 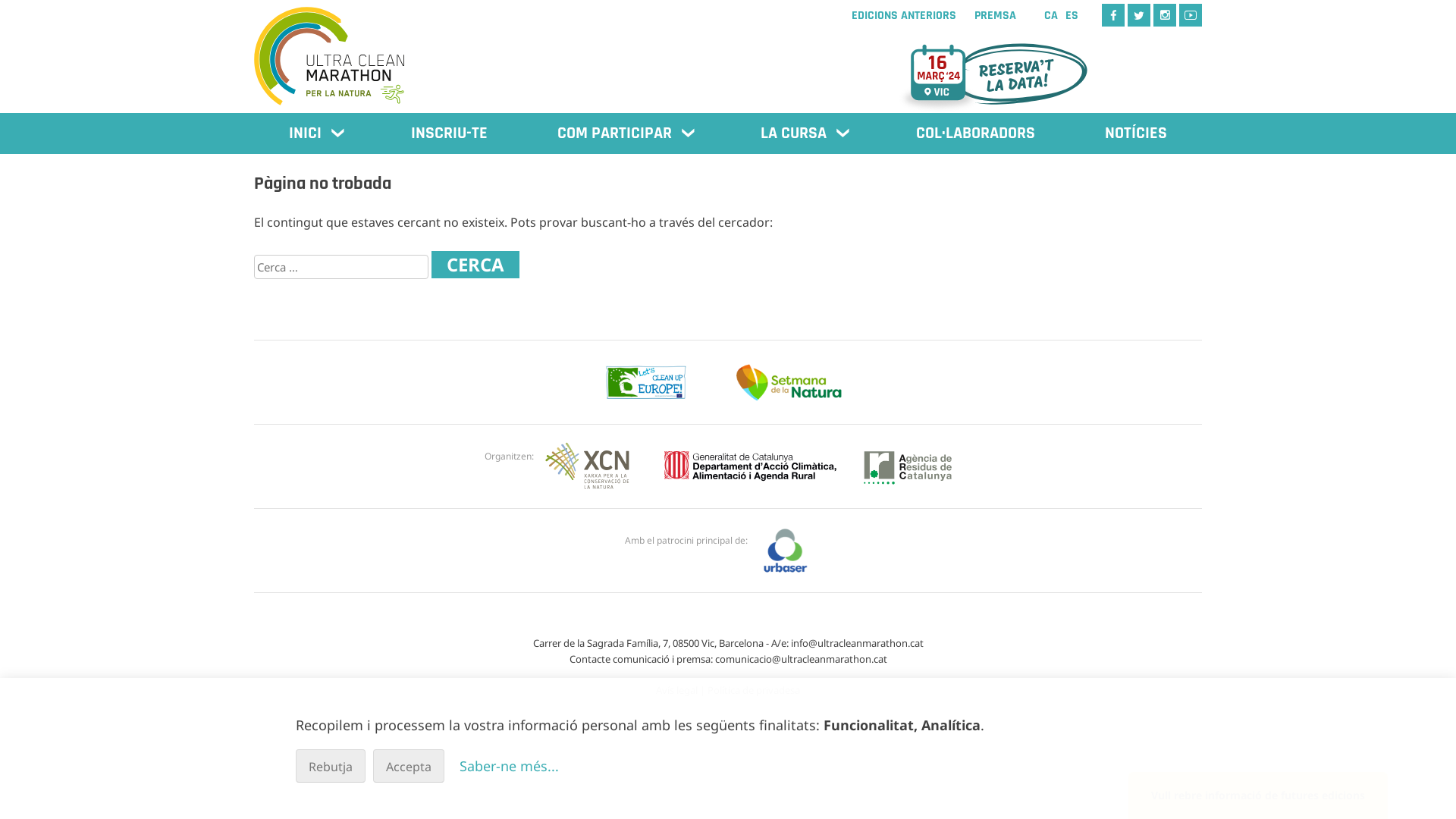 What do you see at coordinates (802, 133) in the screenshot?
I see `'LA CURSA'` at bounding box center [802, 133].